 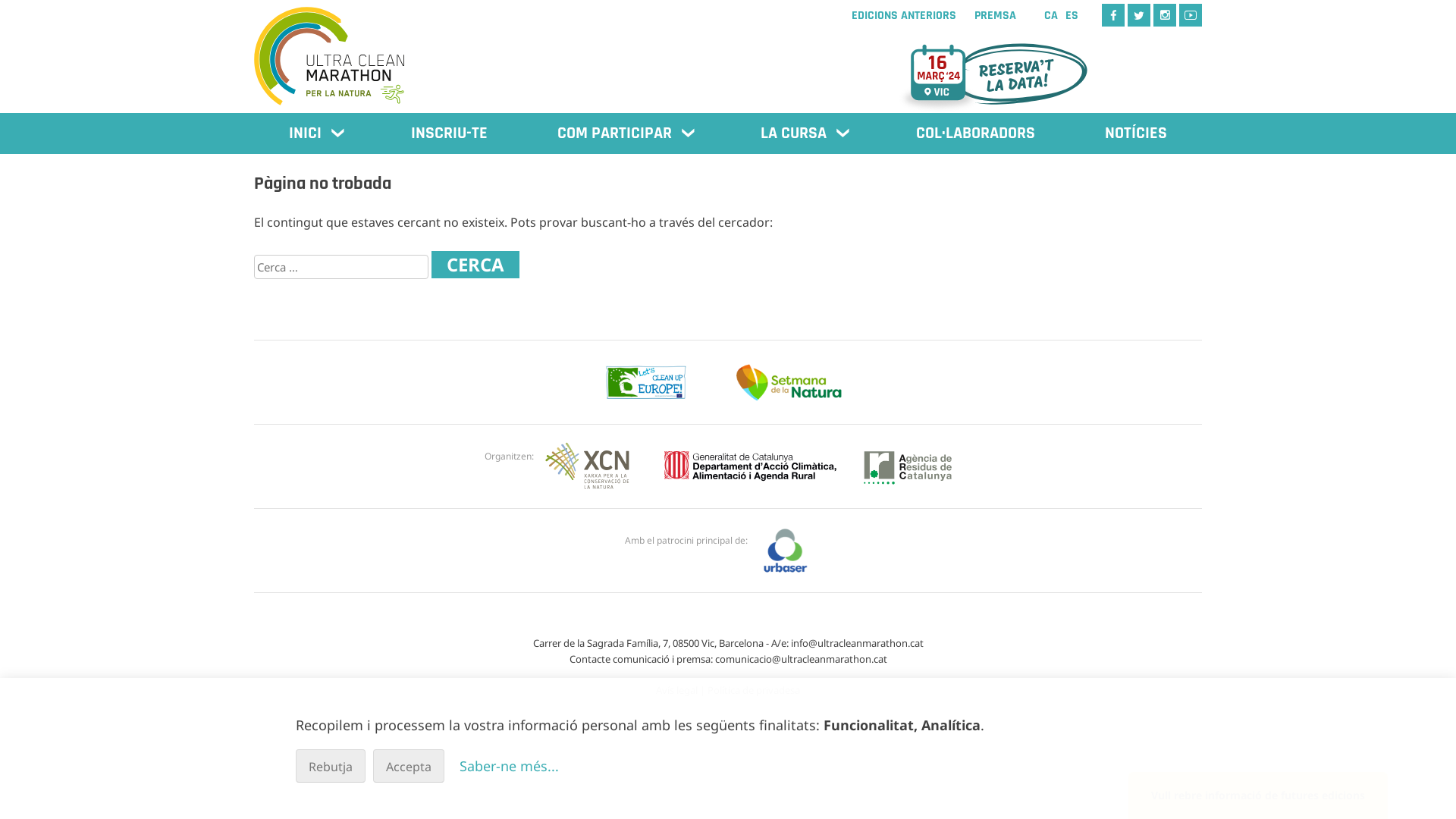 What do you see at coordinates (802, 133) in the screenshot?
I see `'LA CURSA'` at bounding box center [802, 133].